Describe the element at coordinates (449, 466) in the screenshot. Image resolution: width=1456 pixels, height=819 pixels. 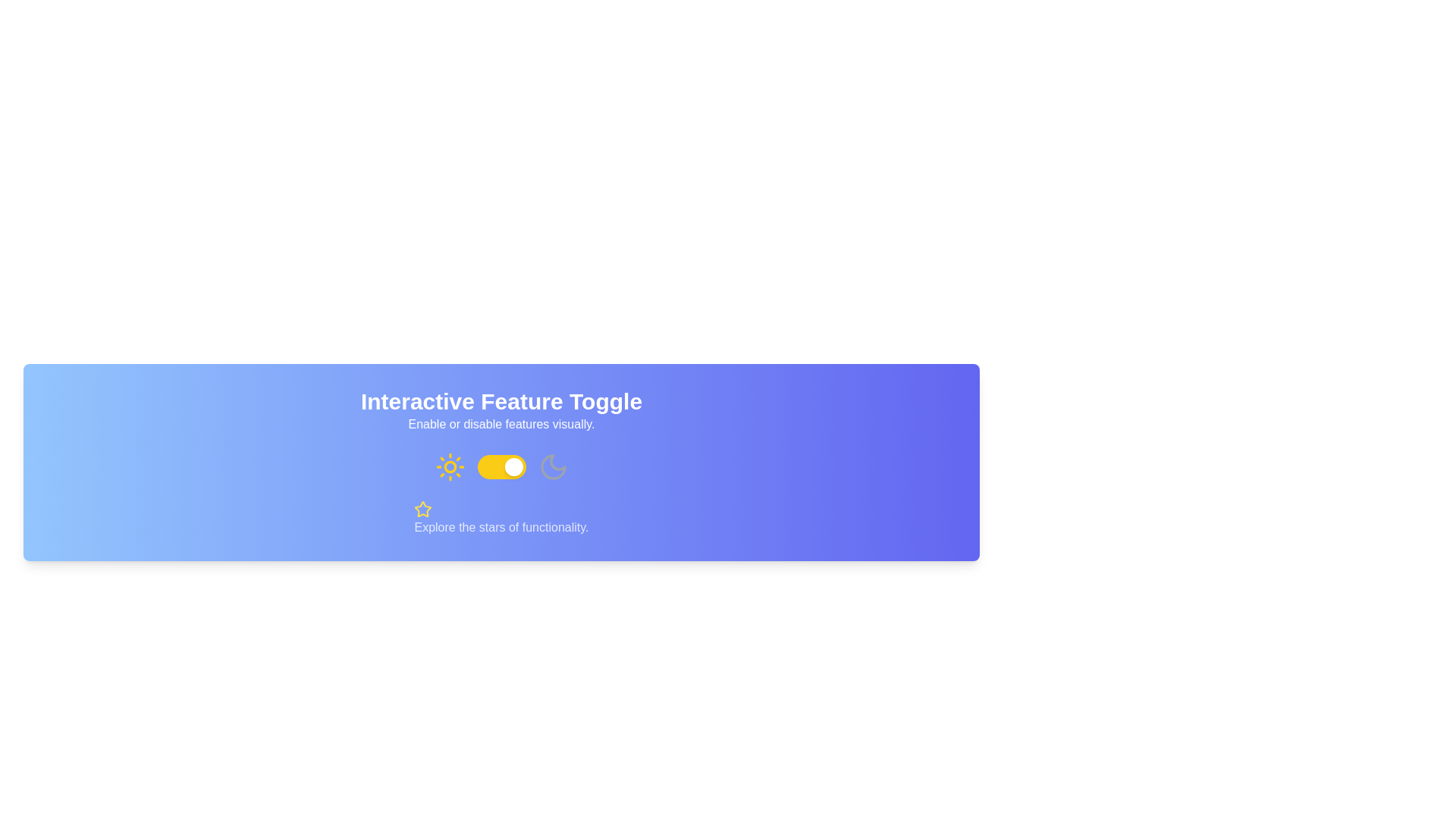
I see `the filled circle located at the center of the sun-like icon in the interface, which is part of a yellow-themed sun icon` at that location.